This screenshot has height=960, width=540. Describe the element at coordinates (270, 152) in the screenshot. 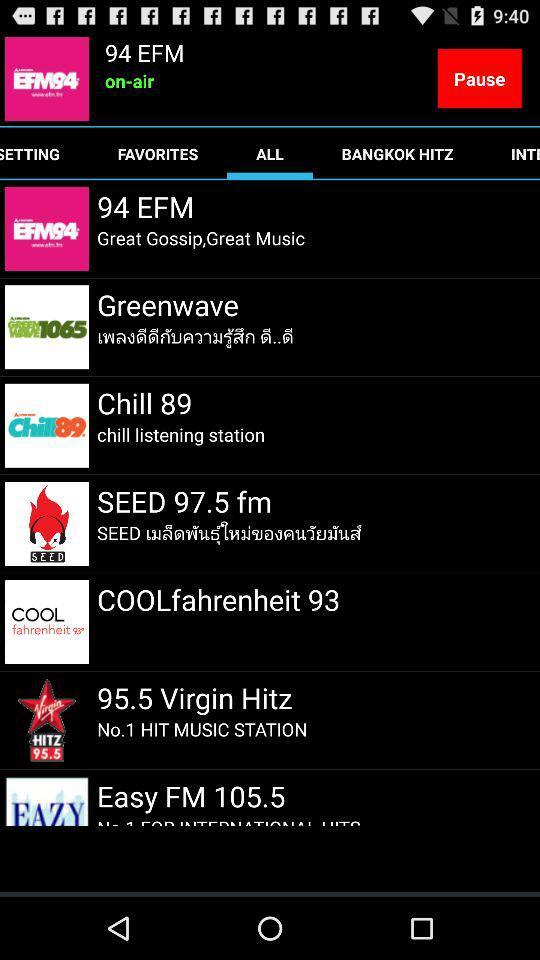

I see `all item` at that location.